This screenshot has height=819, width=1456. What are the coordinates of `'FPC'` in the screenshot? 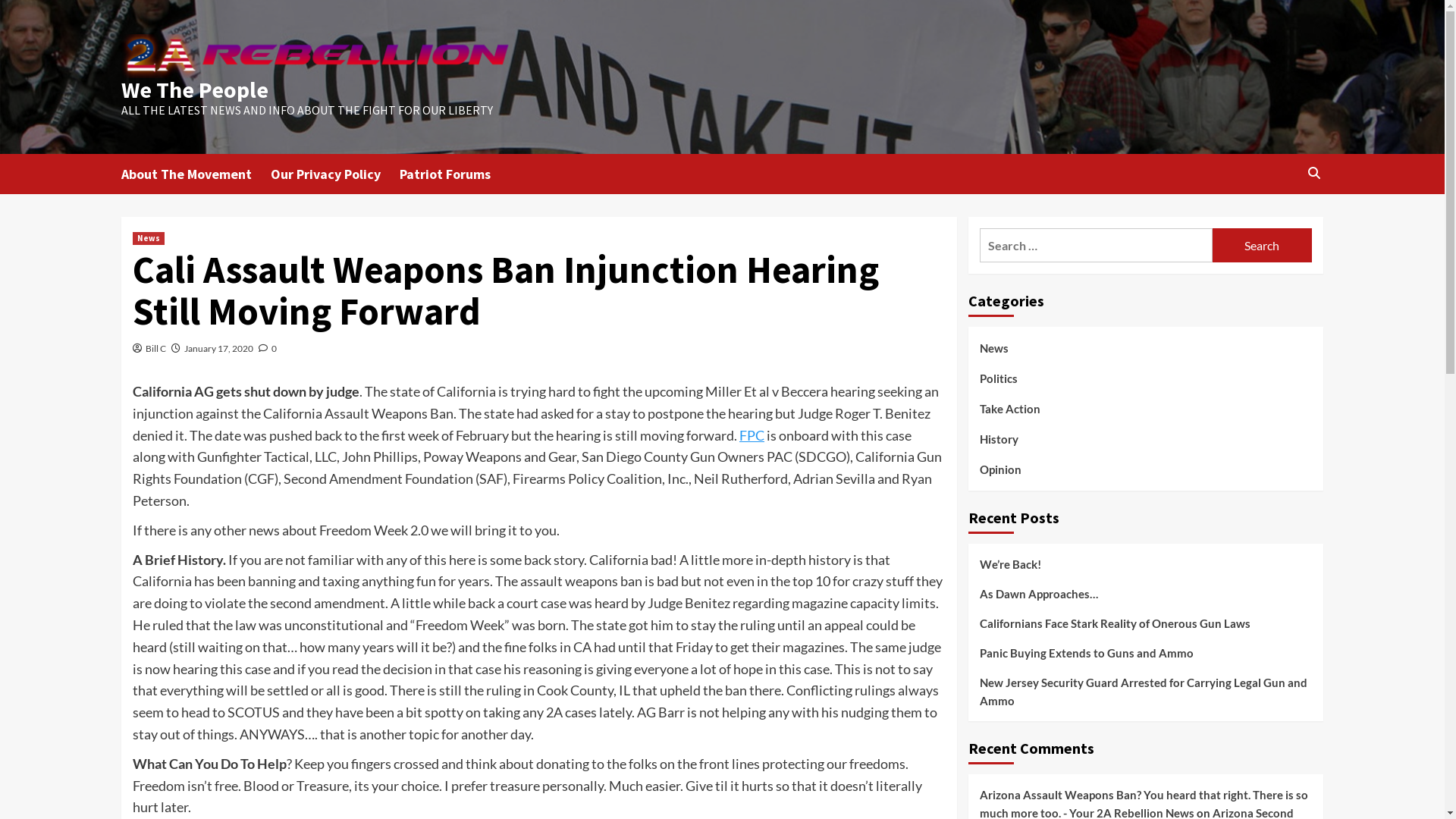 It's located at (752, 435).